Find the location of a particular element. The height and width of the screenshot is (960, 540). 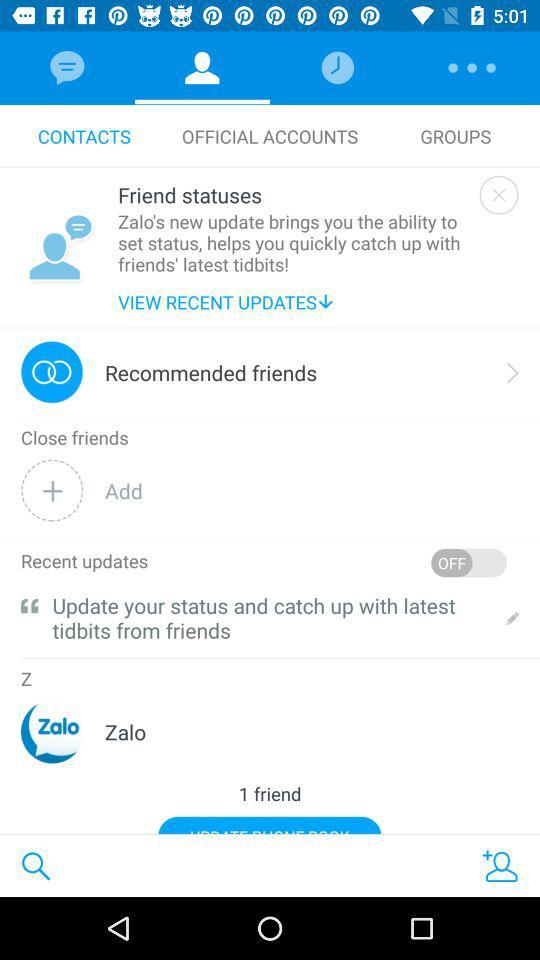

1 friend icon is located at coordinates (270, 793).